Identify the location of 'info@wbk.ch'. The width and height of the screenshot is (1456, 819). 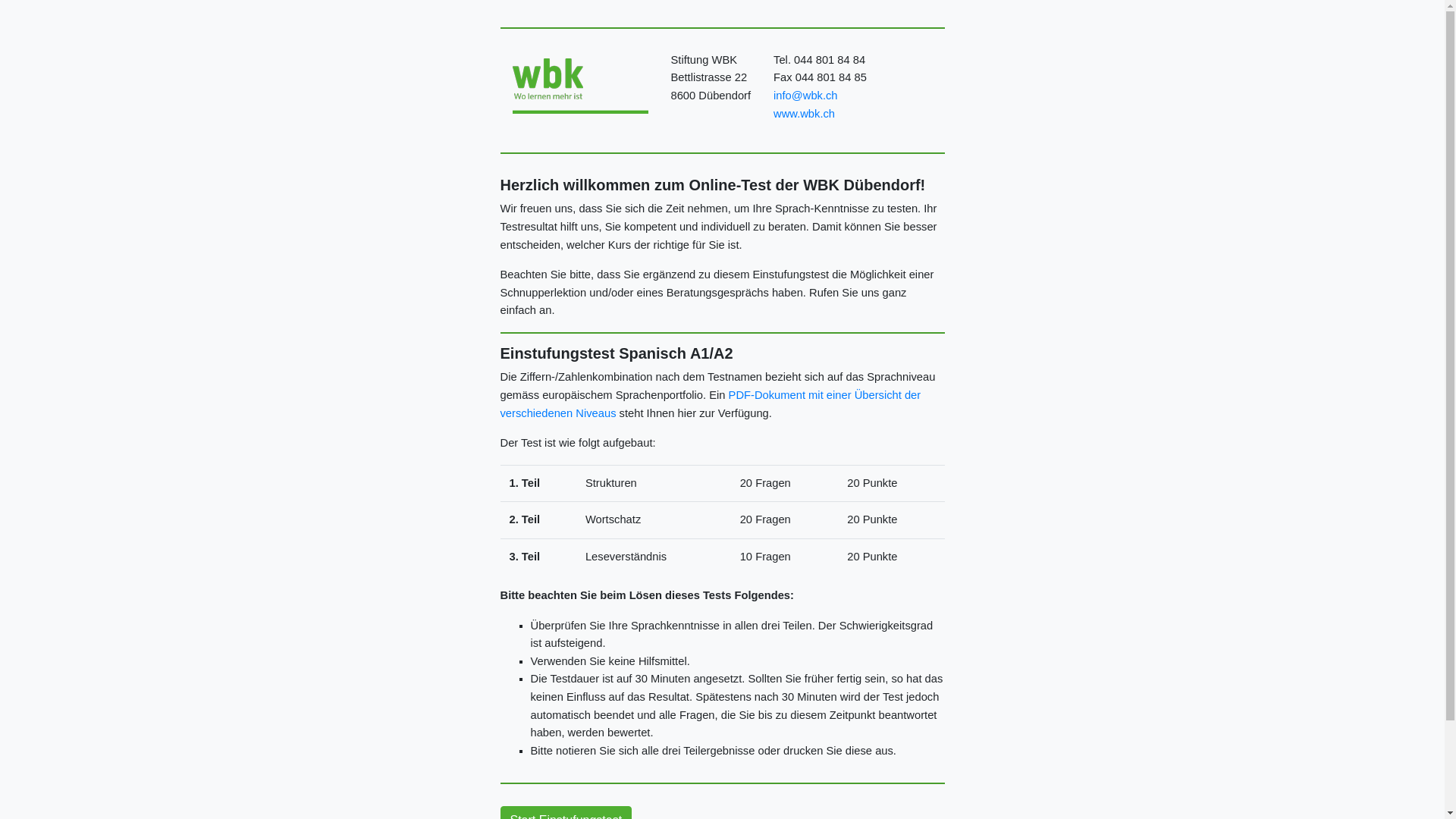
(804, 96).